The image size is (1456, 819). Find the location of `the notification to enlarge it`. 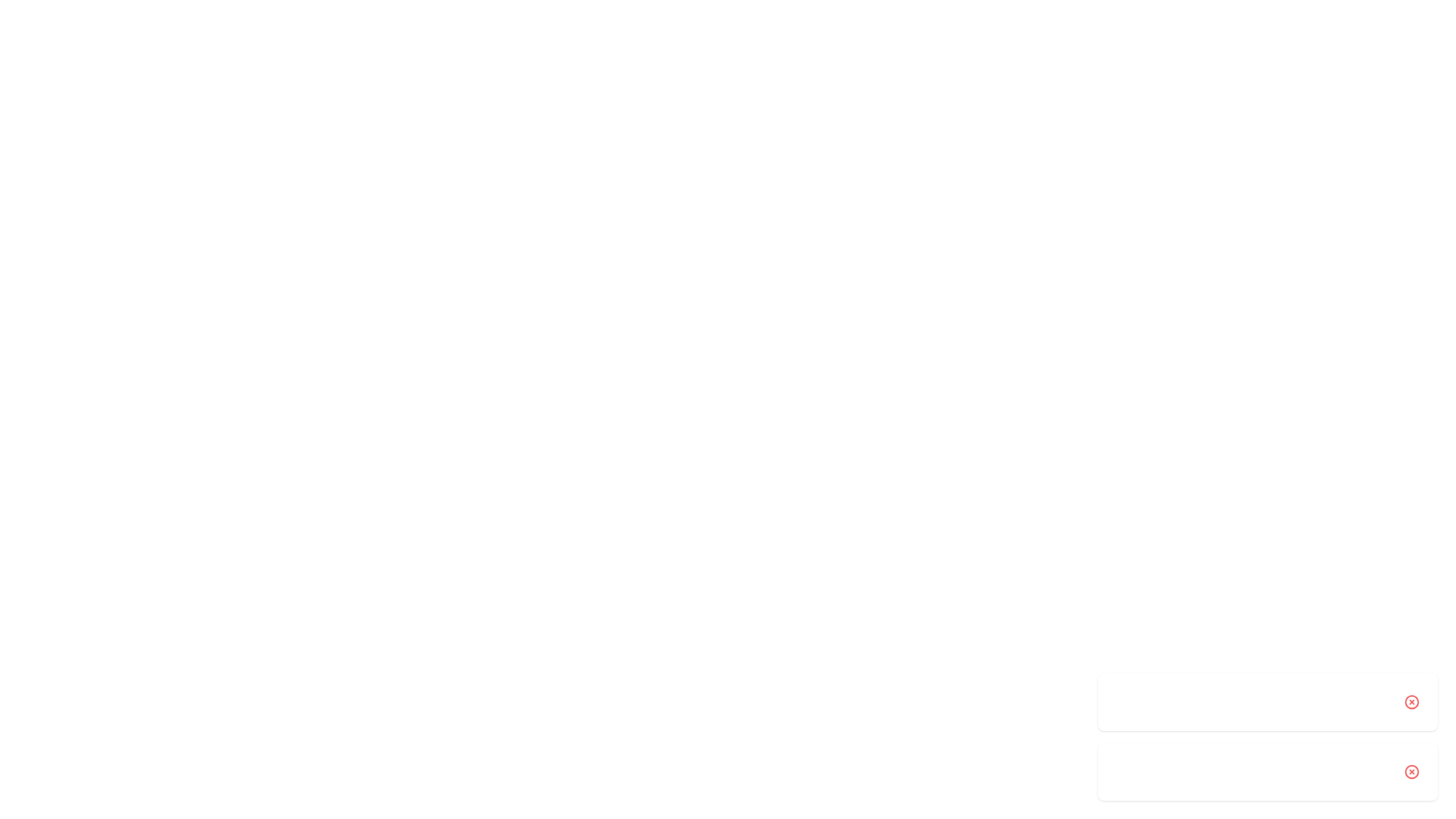

the notification to enlarge it is located at coordinates (1267, 701).